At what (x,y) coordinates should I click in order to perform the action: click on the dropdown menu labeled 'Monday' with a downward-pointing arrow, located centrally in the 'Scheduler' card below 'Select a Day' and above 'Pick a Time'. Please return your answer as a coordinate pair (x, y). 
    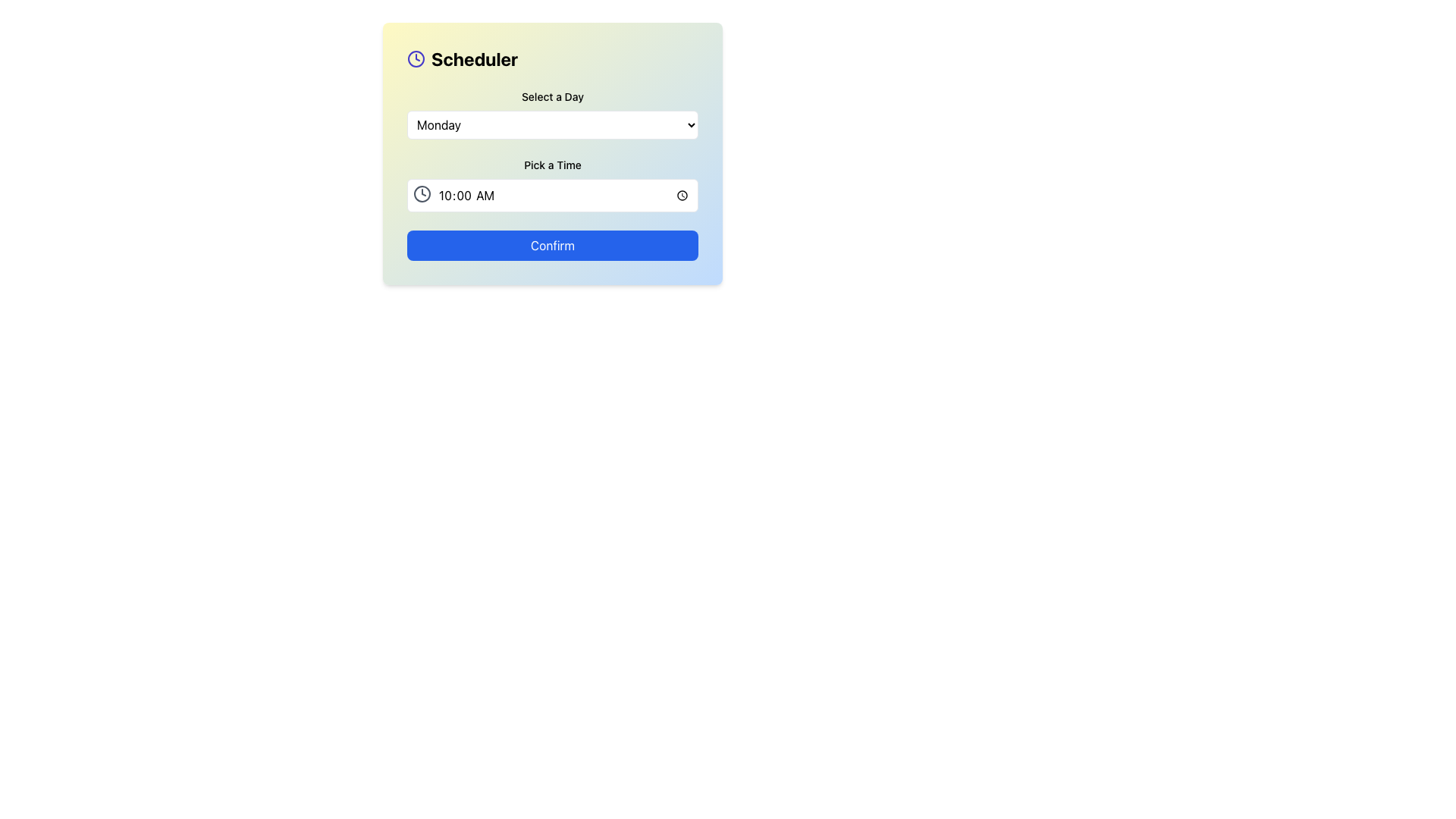
    Looking at the image, I should click on (552, 113).